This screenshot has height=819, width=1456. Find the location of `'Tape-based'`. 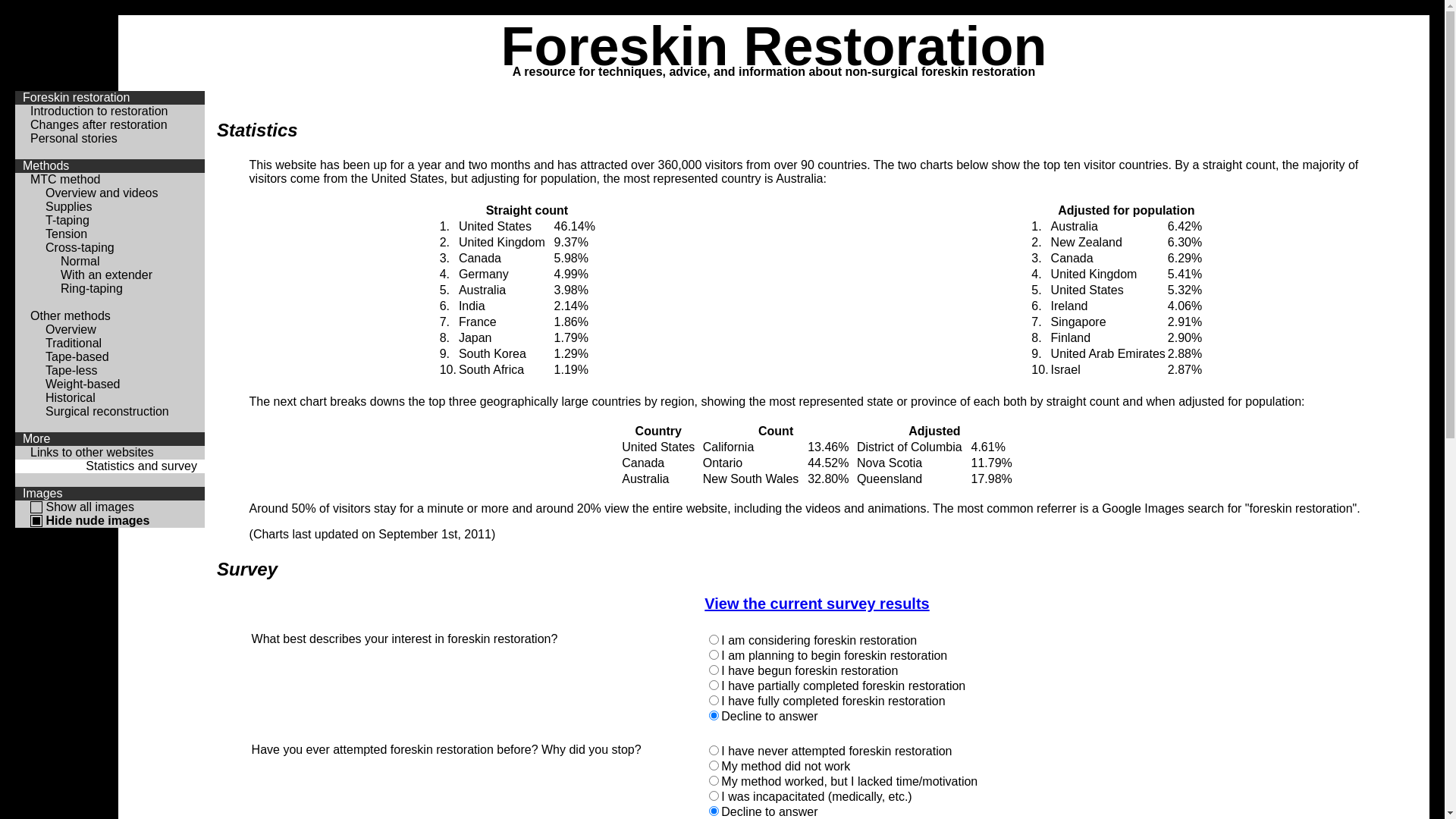

'Tape-based' is located at coordinates (76, 356).